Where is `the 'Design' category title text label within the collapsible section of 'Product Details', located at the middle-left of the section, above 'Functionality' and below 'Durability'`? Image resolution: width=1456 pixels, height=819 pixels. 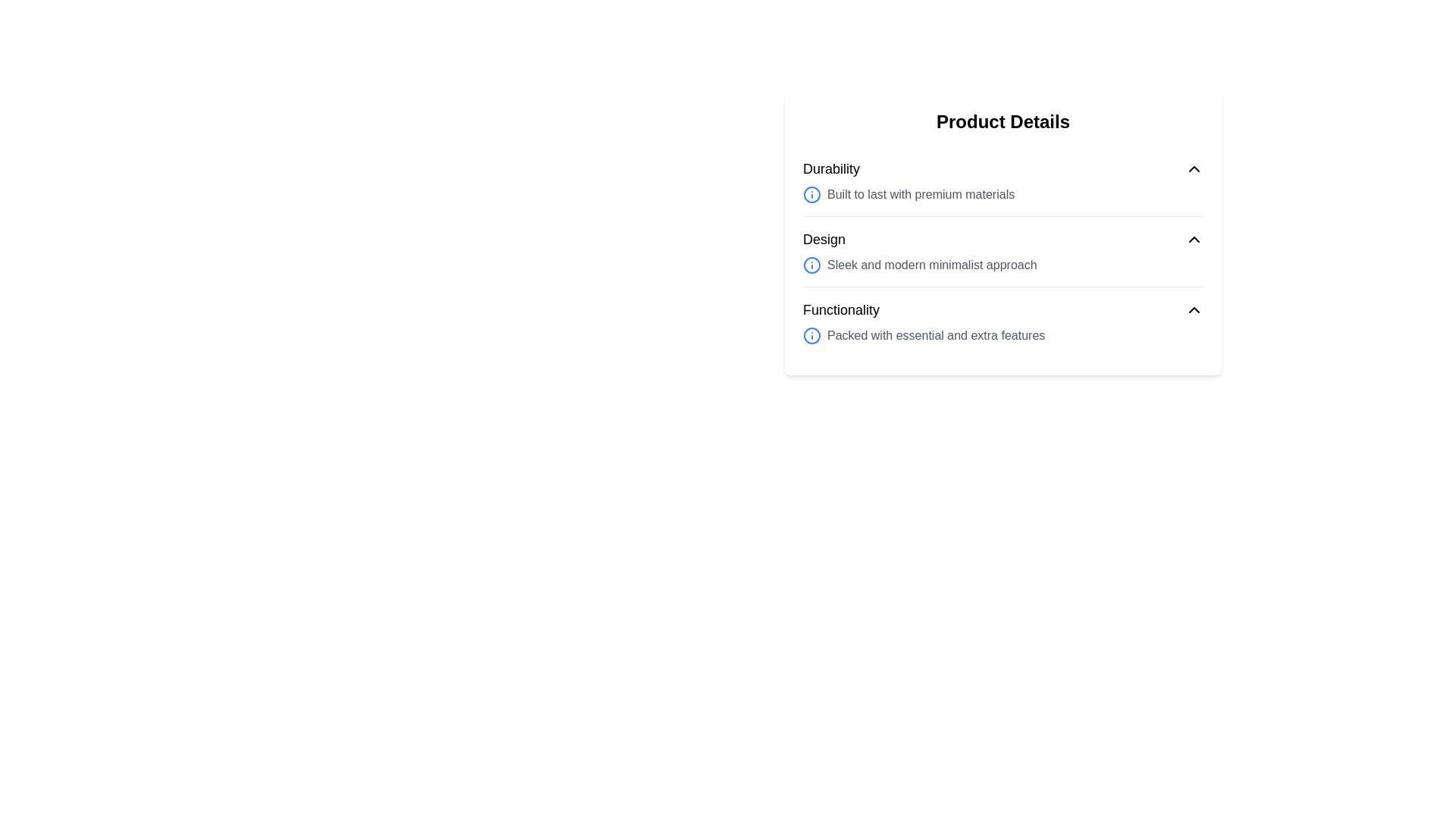
the 'Design' category title text label within the collapsible section of 'Product Details', located at the middle-left of the section, above 'Functionality' and below 'Durability' is located at coordinates (824, 239).